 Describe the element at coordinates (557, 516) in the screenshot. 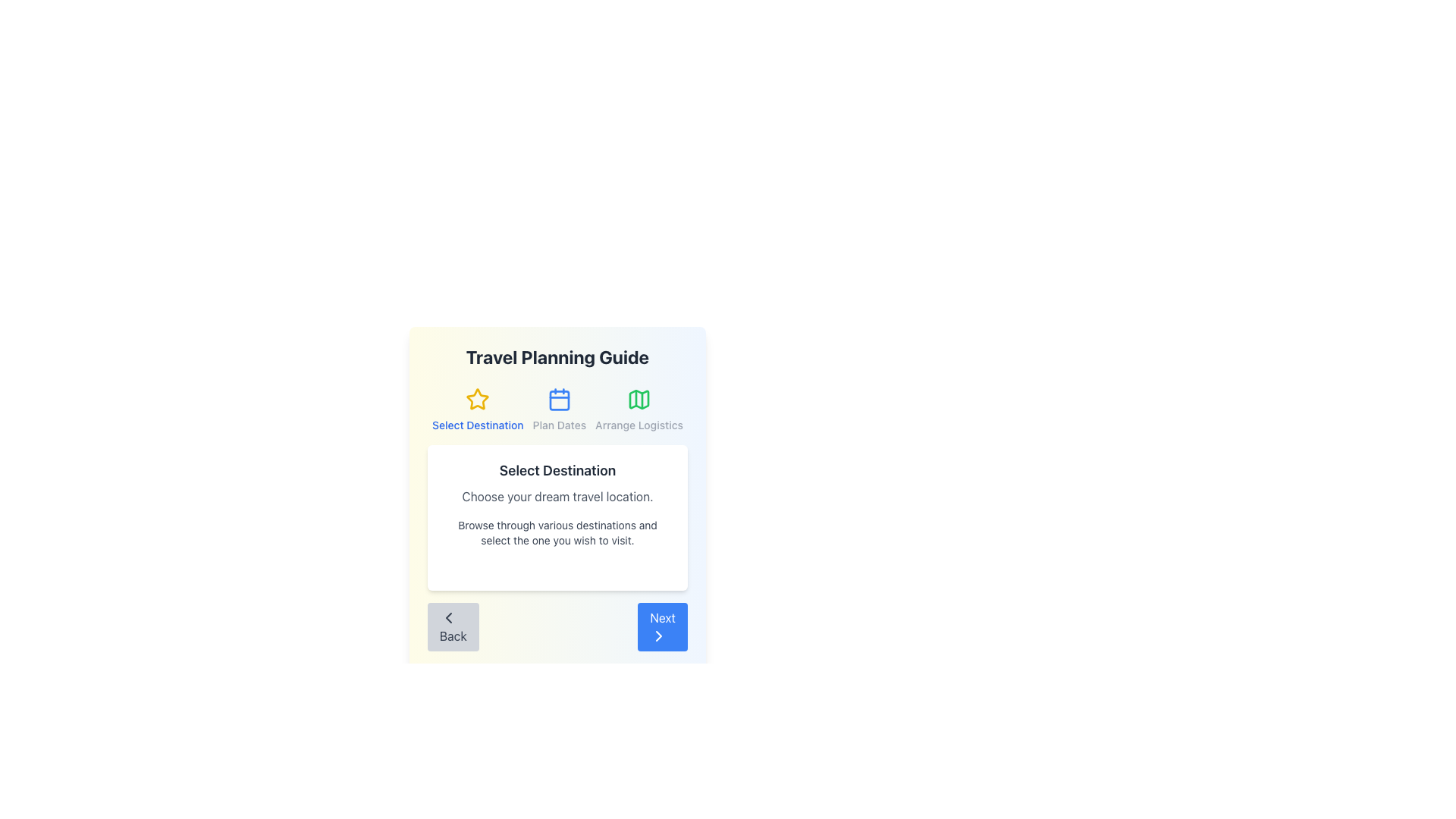

I see `information displayed in the Informational Card titled 'Select Destination' which is centrally located with a white background and rounded corners` at that location.